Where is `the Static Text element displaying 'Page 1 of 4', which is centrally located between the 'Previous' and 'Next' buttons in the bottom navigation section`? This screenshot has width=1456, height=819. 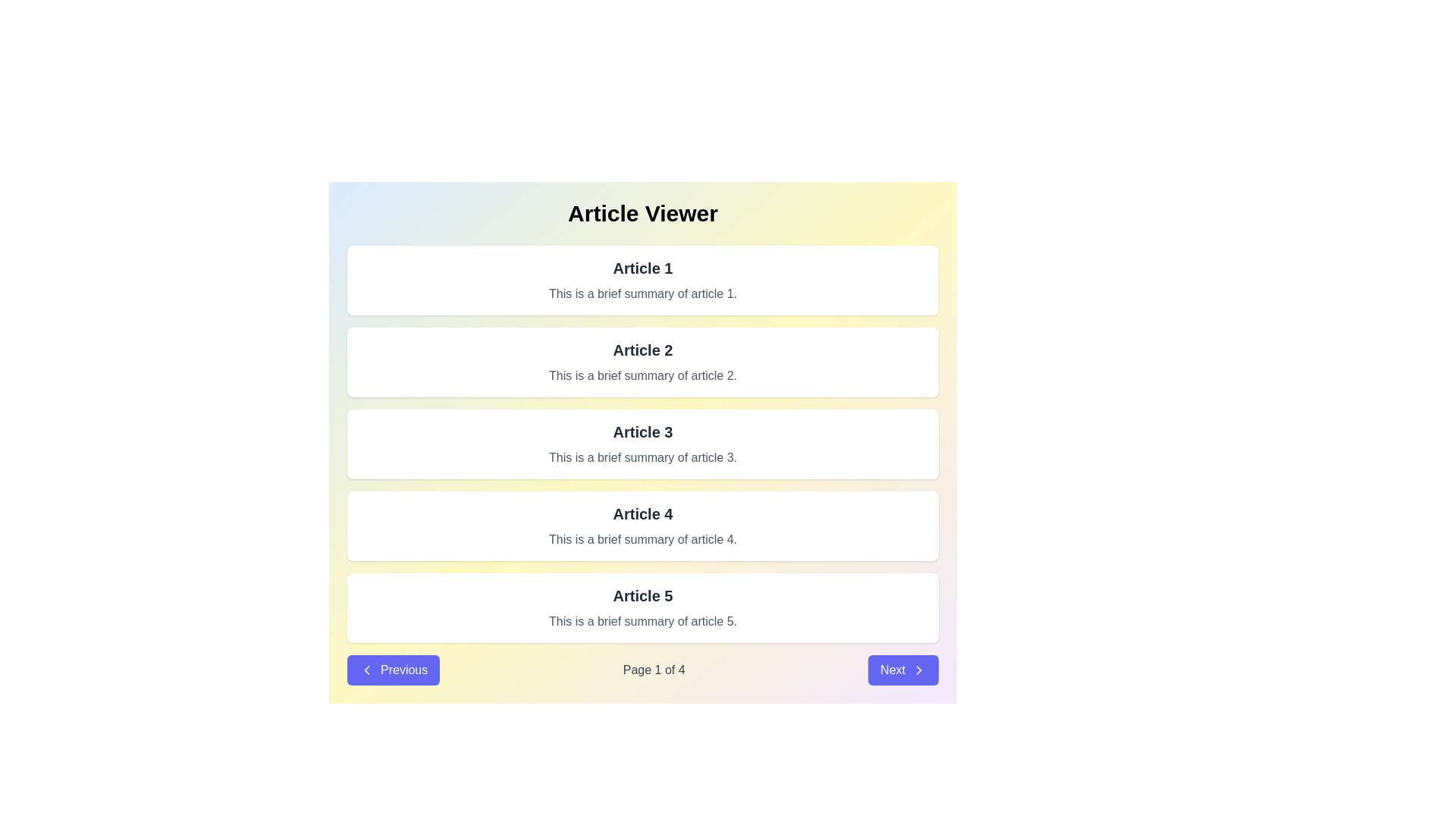 the Static Text element displaying 'Page 1 of 4', which is centrally located between the 'Previous' and 'Next' buttons in the bottom navigation section is located at coordinates (654, 669).